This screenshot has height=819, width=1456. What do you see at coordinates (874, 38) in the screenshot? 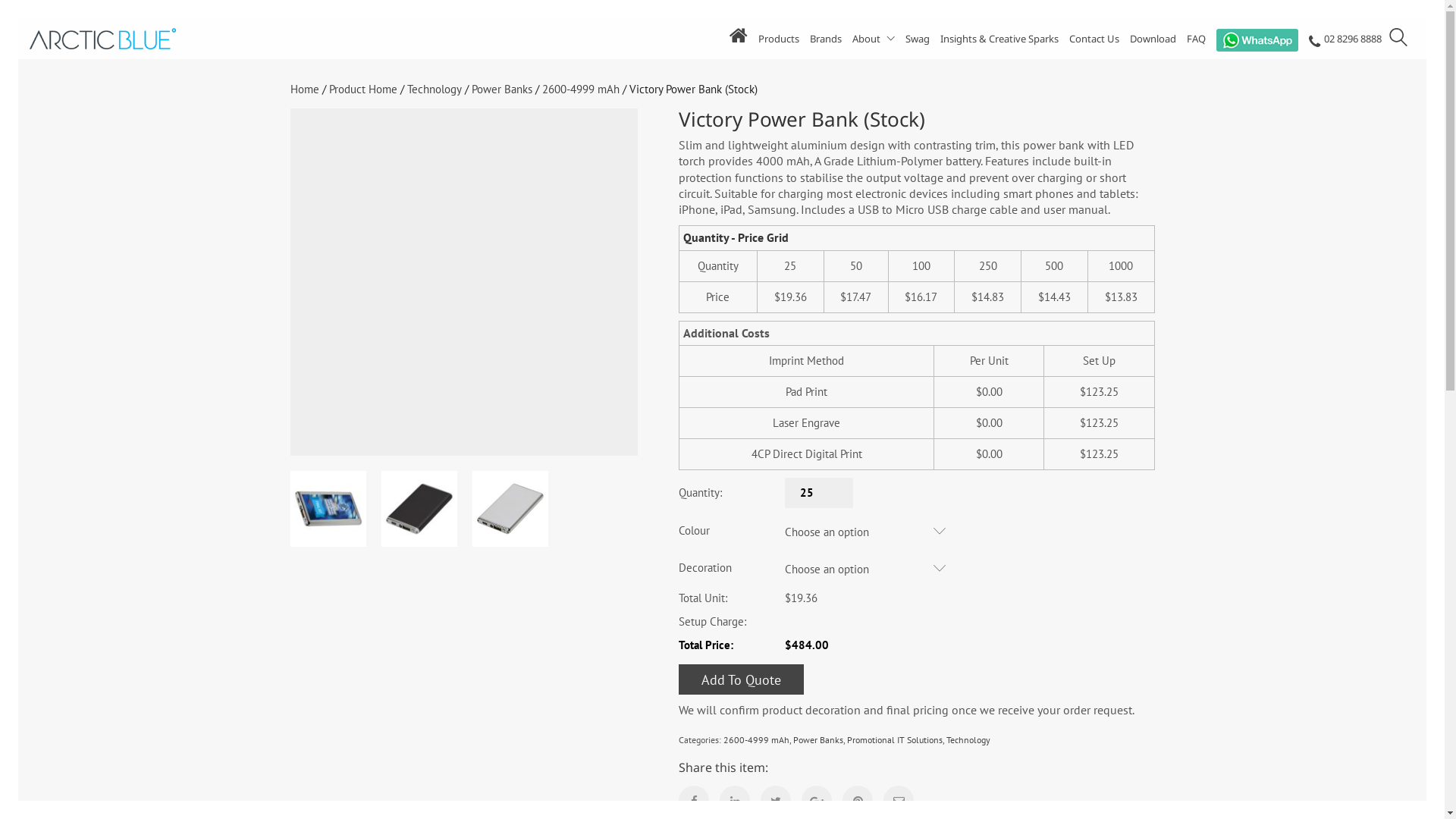
I see `'About'` at bounding box center [874, 38].